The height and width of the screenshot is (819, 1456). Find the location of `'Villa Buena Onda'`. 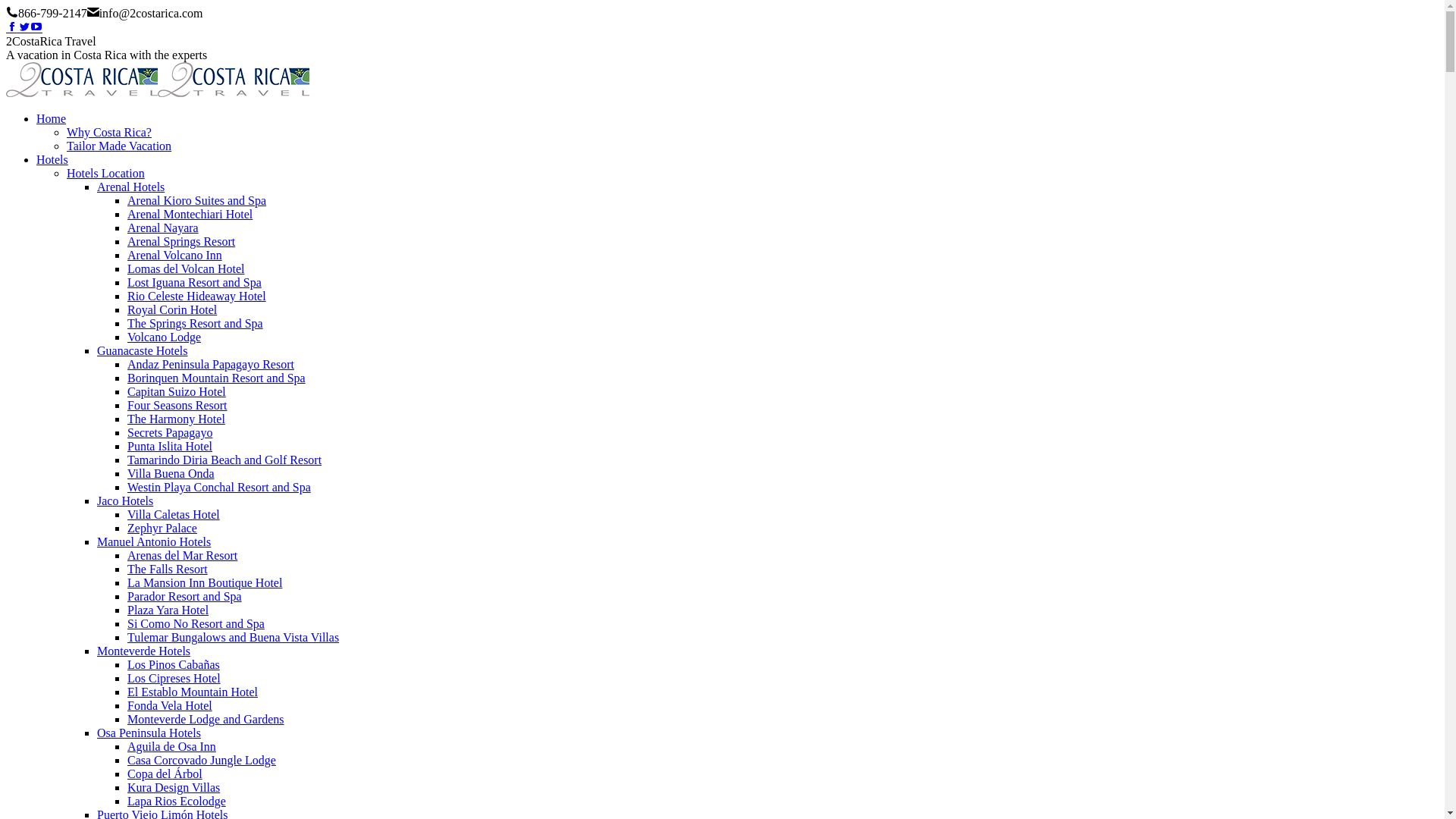

'Villa Buena Onda' is located at coordinates (171, 472).